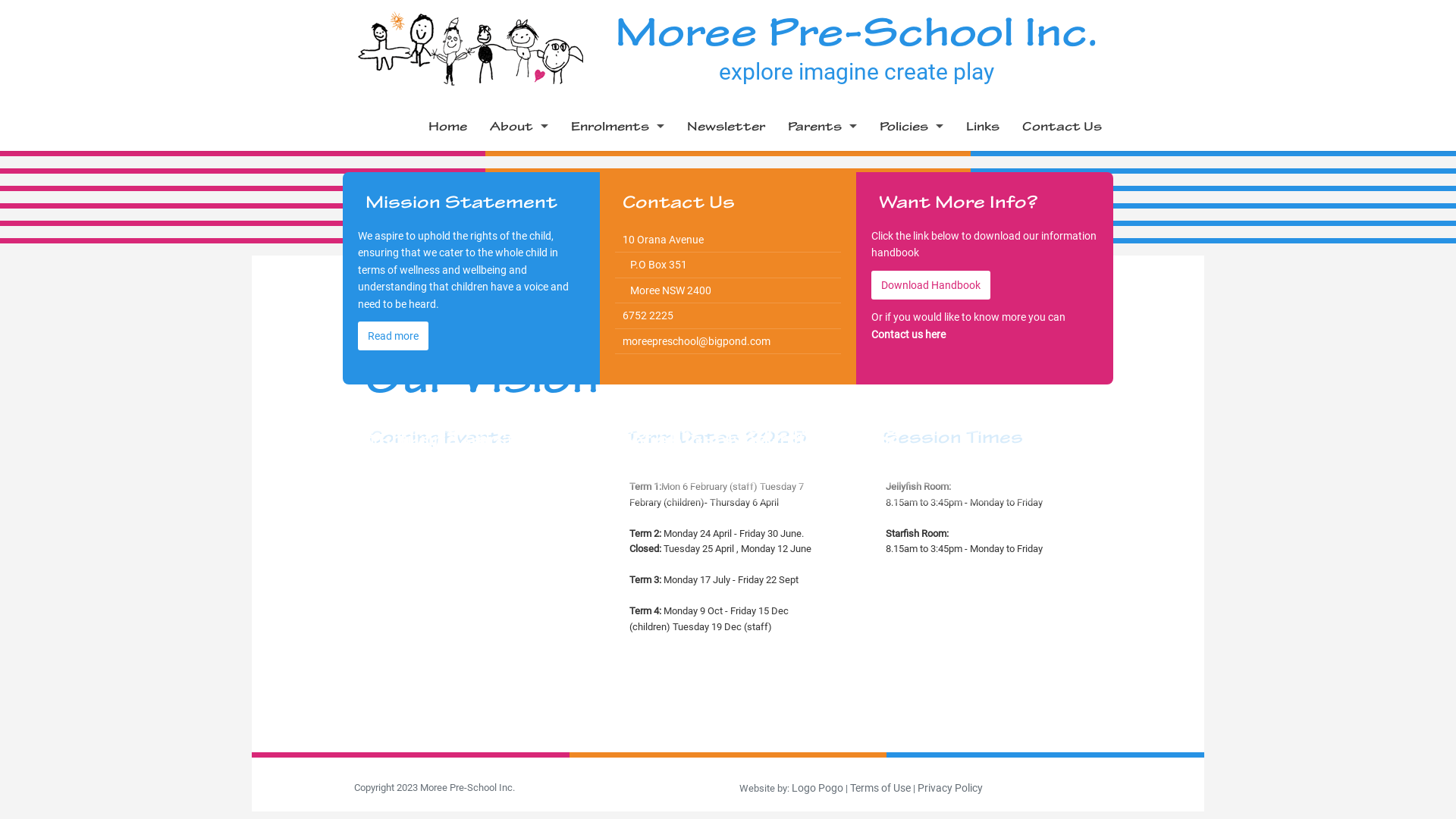 This screenshot has height=819, width=1456. I want to click on 'Information Handbook', so click(821, 228).